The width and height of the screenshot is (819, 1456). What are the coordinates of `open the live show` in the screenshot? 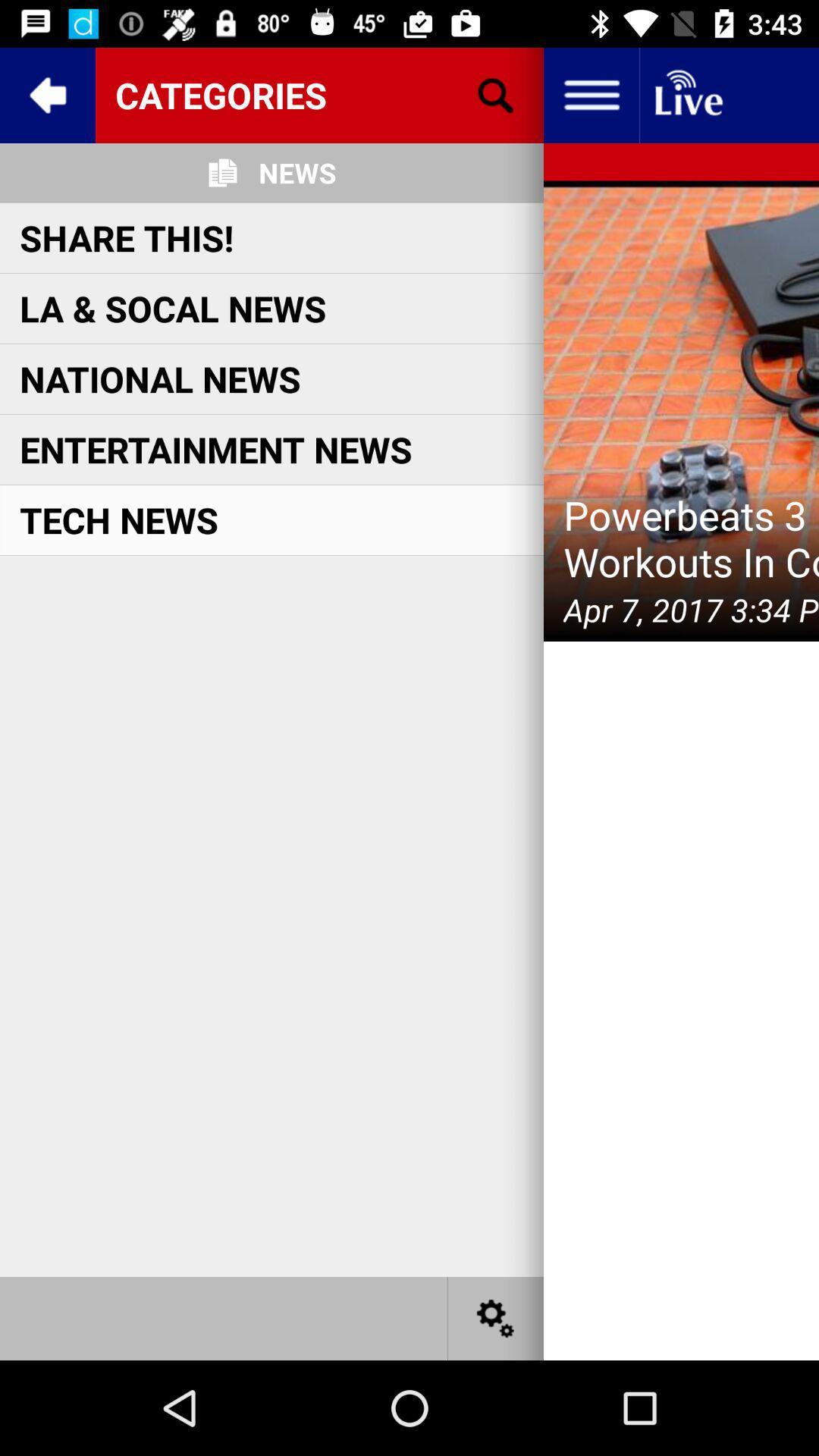 It's located at (687, 94).